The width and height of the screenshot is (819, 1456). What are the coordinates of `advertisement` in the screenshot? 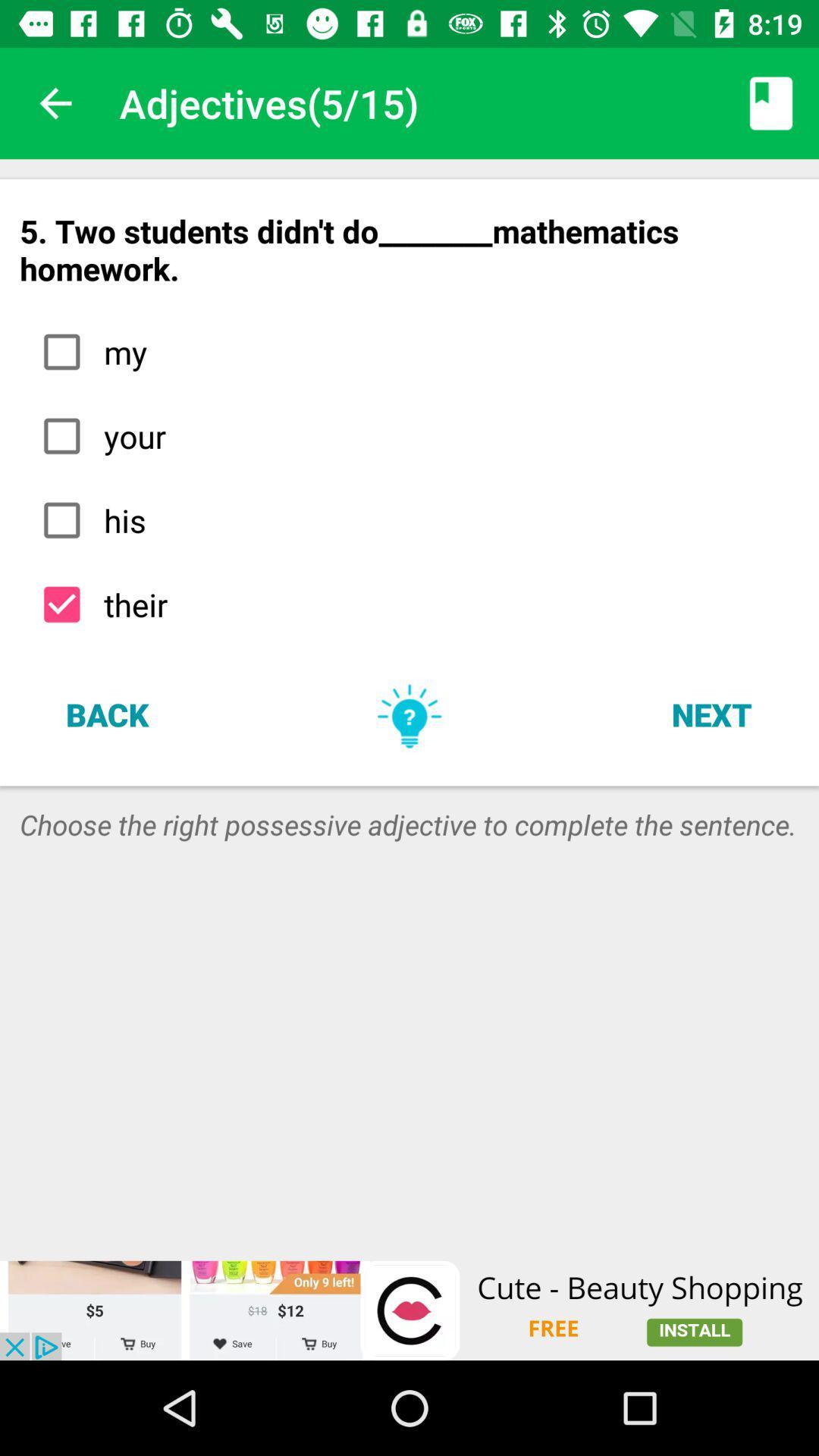 It's located at (409, 1310).